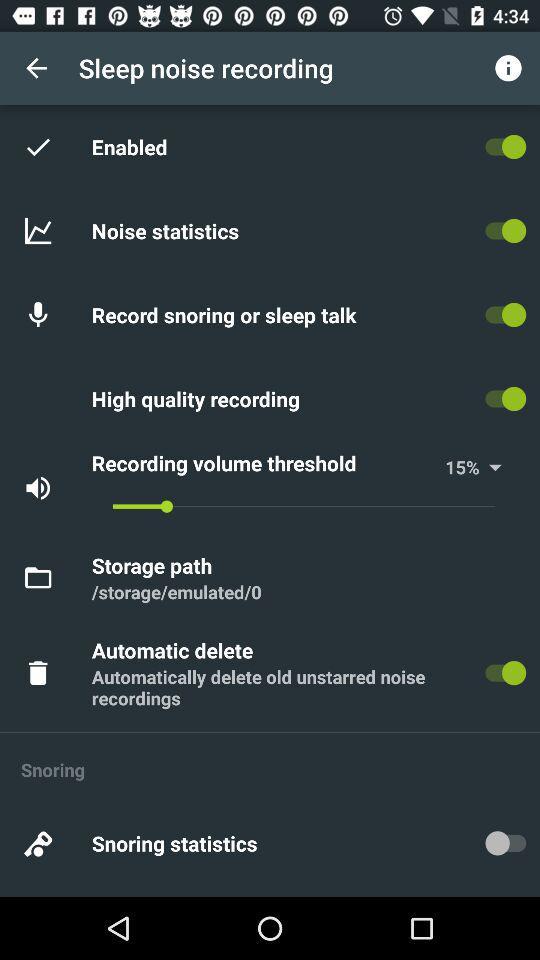  Describe the element at coordinates (226, 314) in the screenshot. I see `item below noise statistics` at that location.